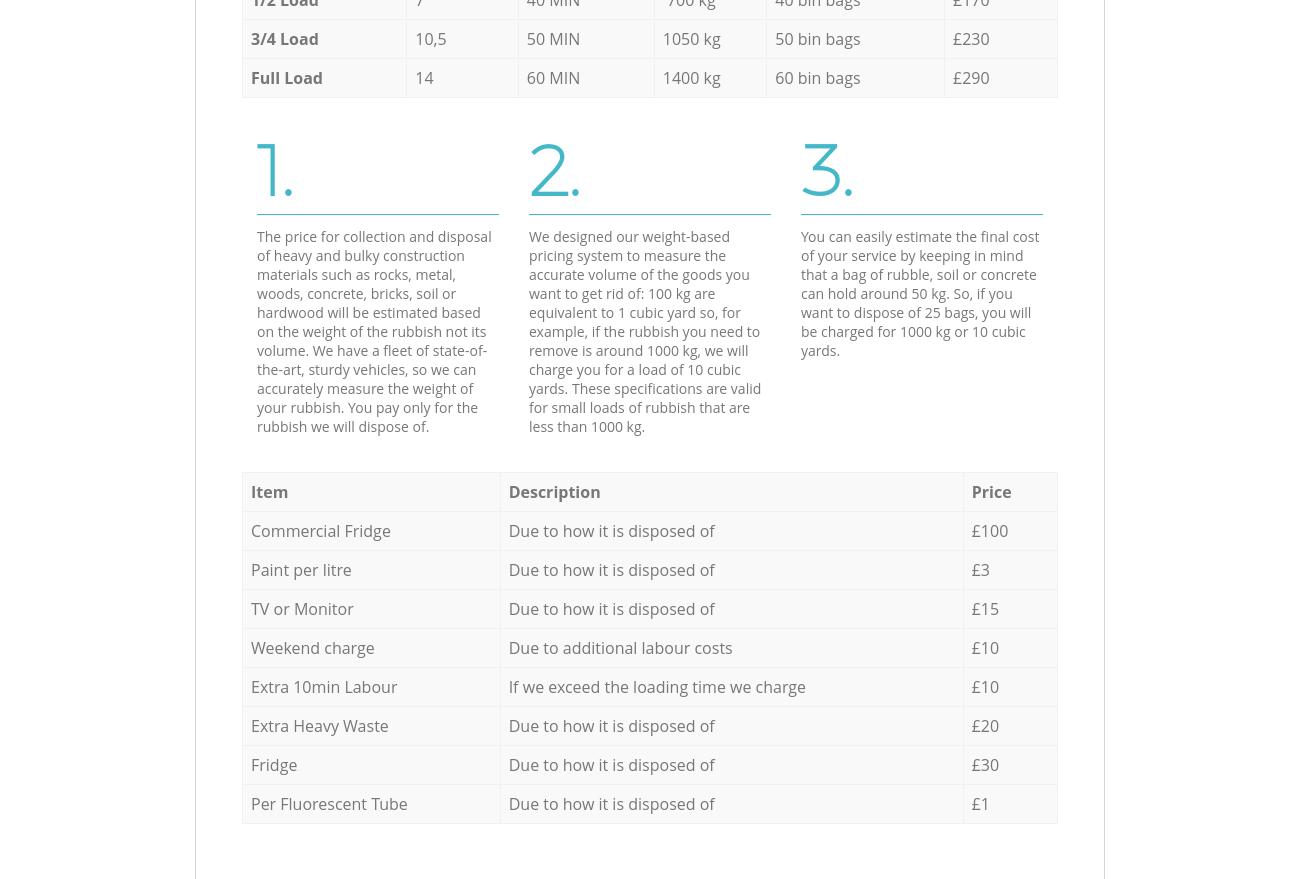  I want to click on 'TV or Monitor', so click(301, 608).